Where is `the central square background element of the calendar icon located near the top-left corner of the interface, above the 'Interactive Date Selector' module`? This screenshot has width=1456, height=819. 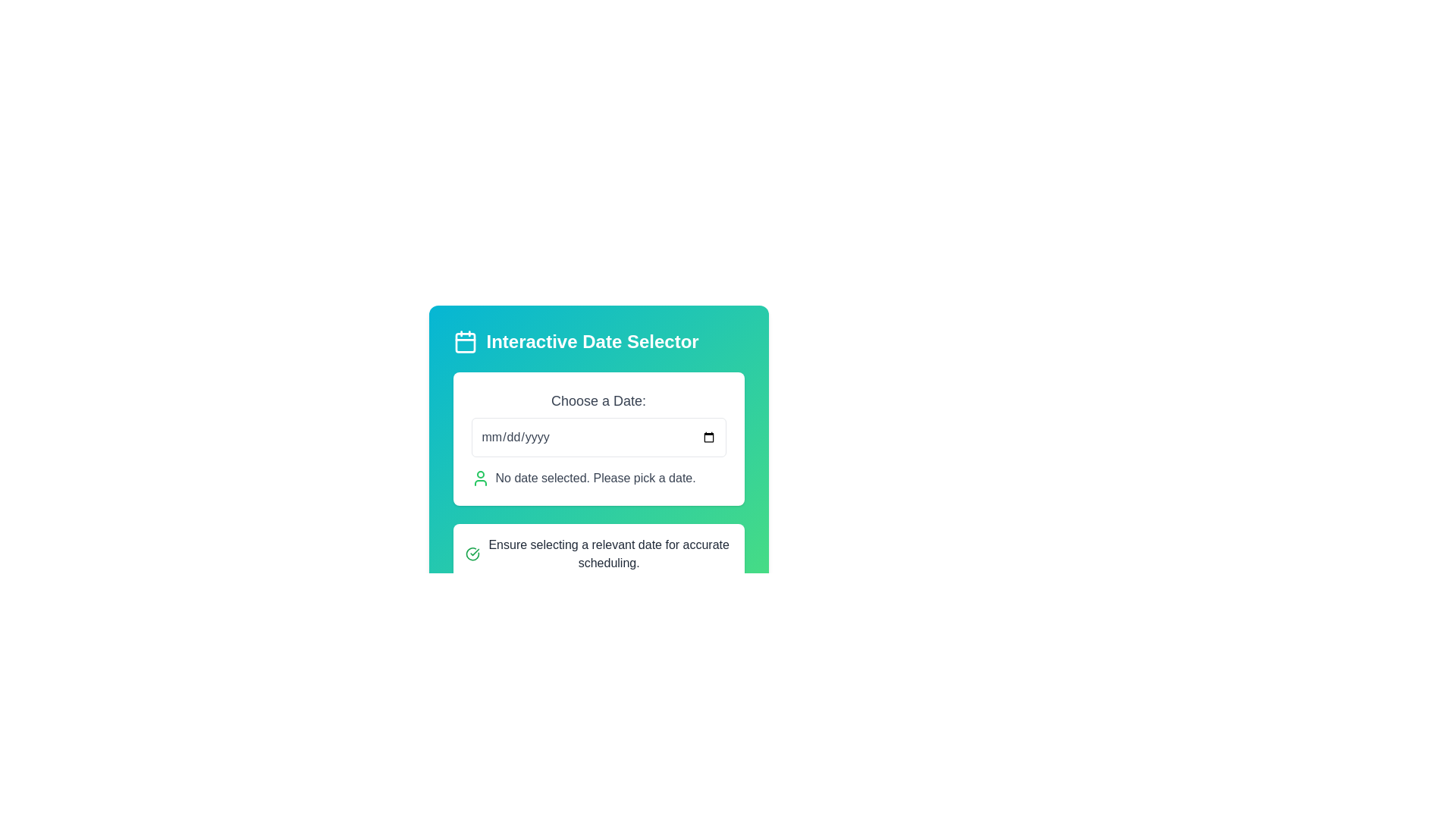
the central square background element of the calendar icon located near the top-left corner of the interface, above the 'Interactive Date Selector' module is located at coordinates (464, 343).